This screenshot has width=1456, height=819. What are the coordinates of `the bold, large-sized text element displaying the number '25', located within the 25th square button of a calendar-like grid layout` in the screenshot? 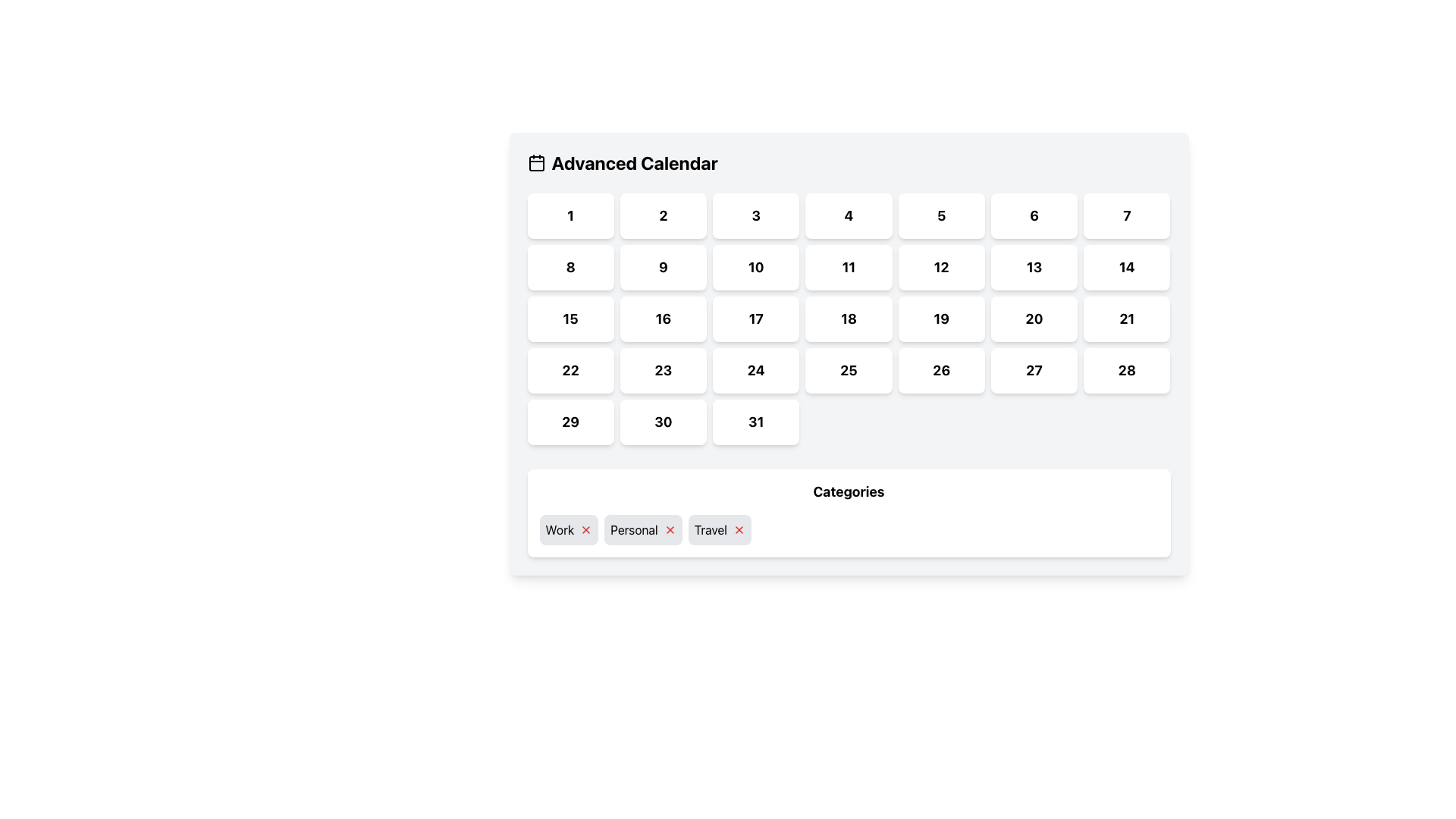 It's located at (848, 370).